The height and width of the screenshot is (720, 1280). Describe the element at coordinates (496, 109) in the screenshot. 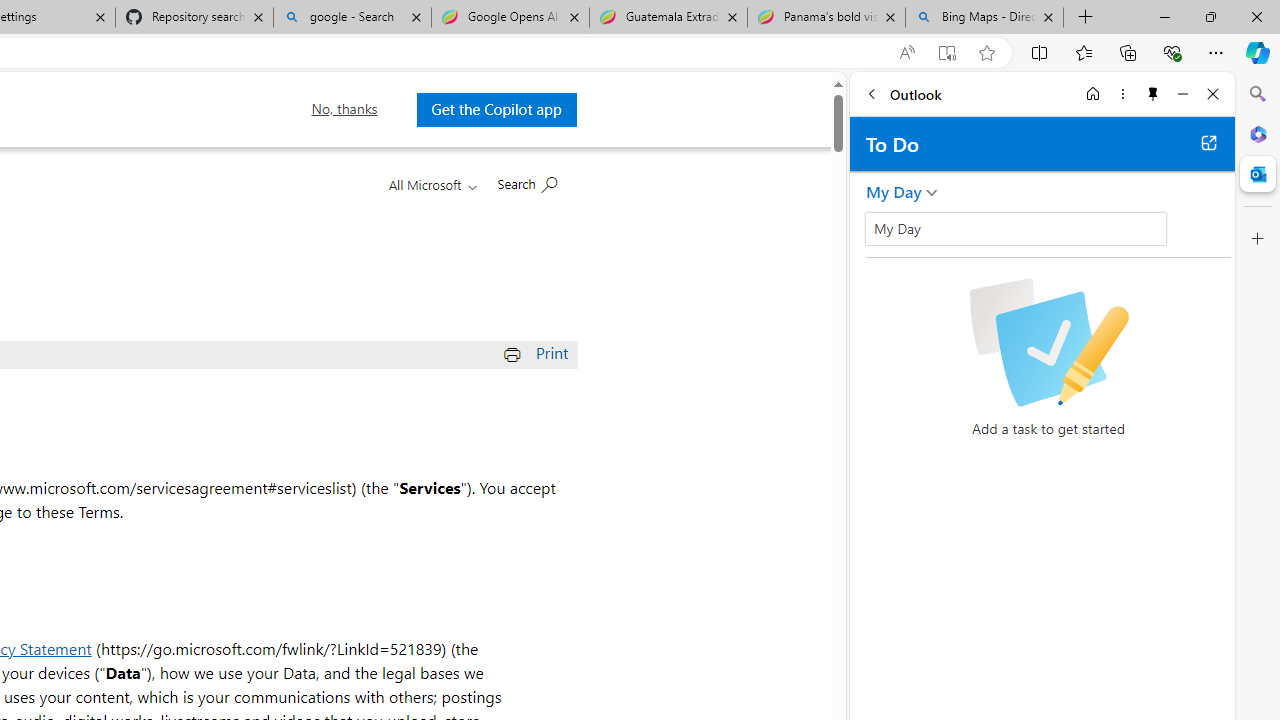

I see `'Get the Copilot app '` at that location.